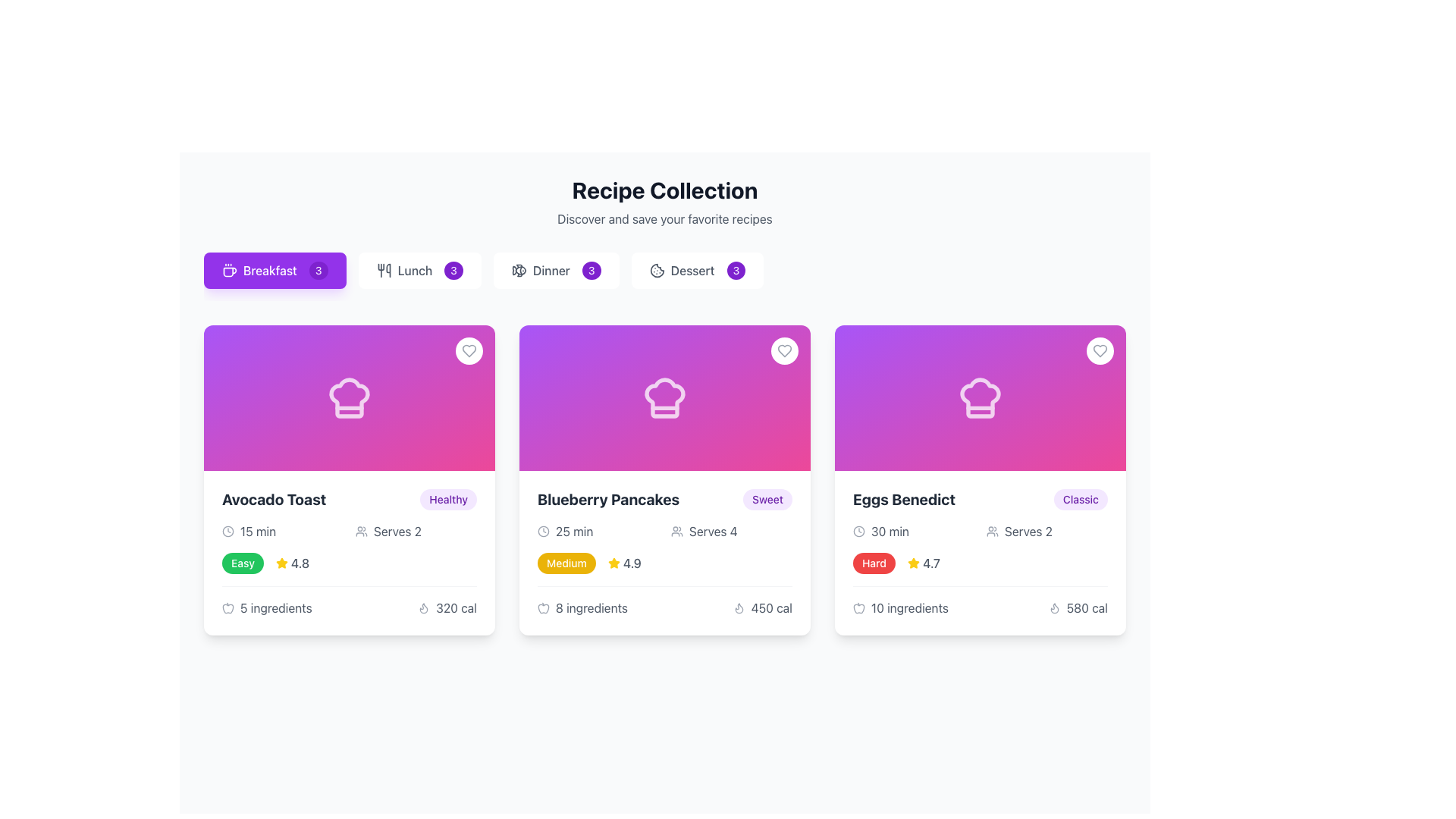 This screenshot has width=1456, height=819. What do you see at coordinates (874, 563) in the screenshot?
I see `the styling of the difficulty level label located in the details section of the 'Eggs Benedict' recipe card, which is the leftmost element adjacent to the rating '4.7' and a star icon` at bounding box center [874, 563].